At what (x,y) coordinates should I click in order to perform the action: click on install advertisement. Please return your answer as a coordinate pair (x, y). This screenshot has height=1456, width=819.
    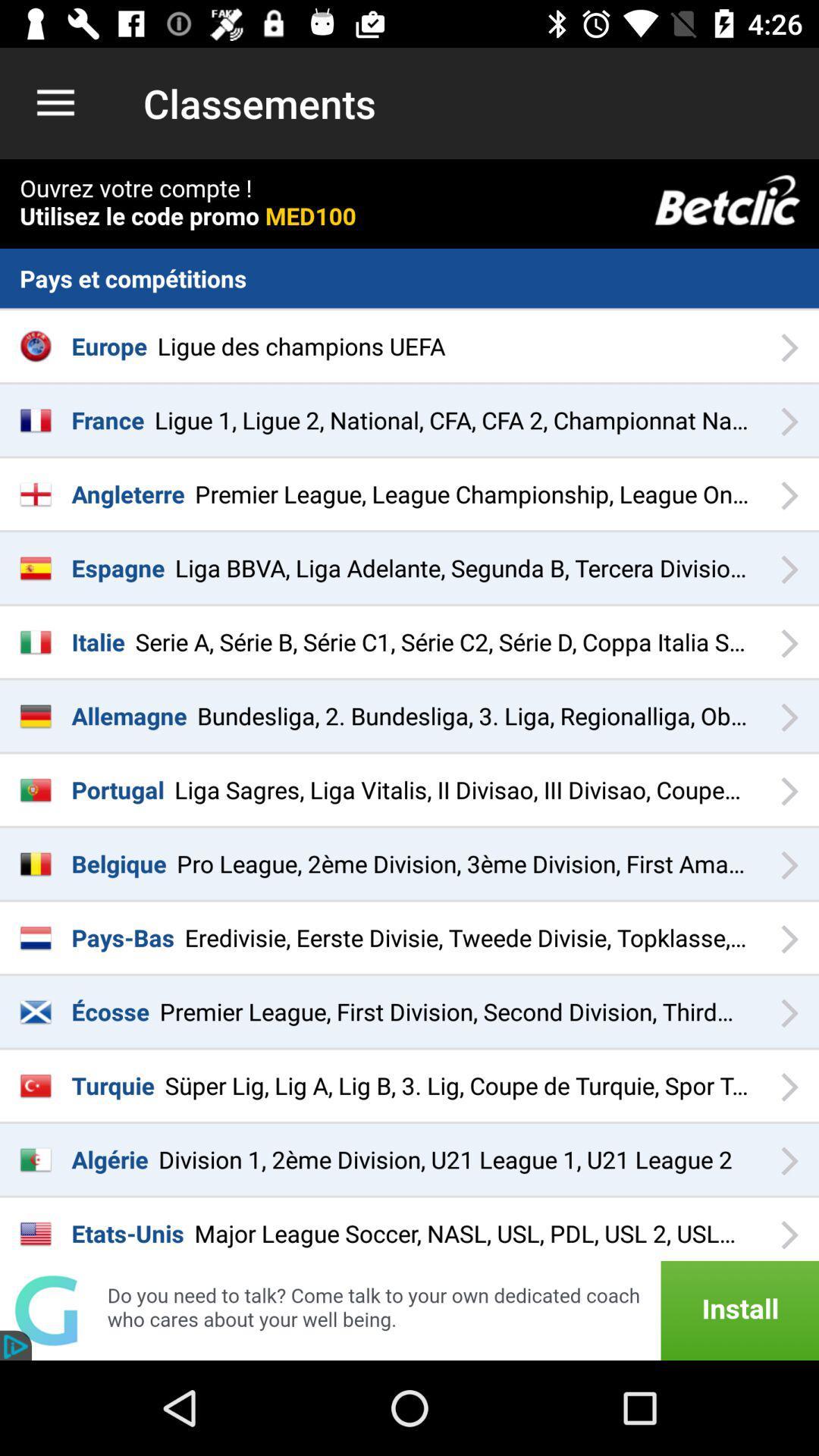
    Looking at the image, I should click on (409, 1310).